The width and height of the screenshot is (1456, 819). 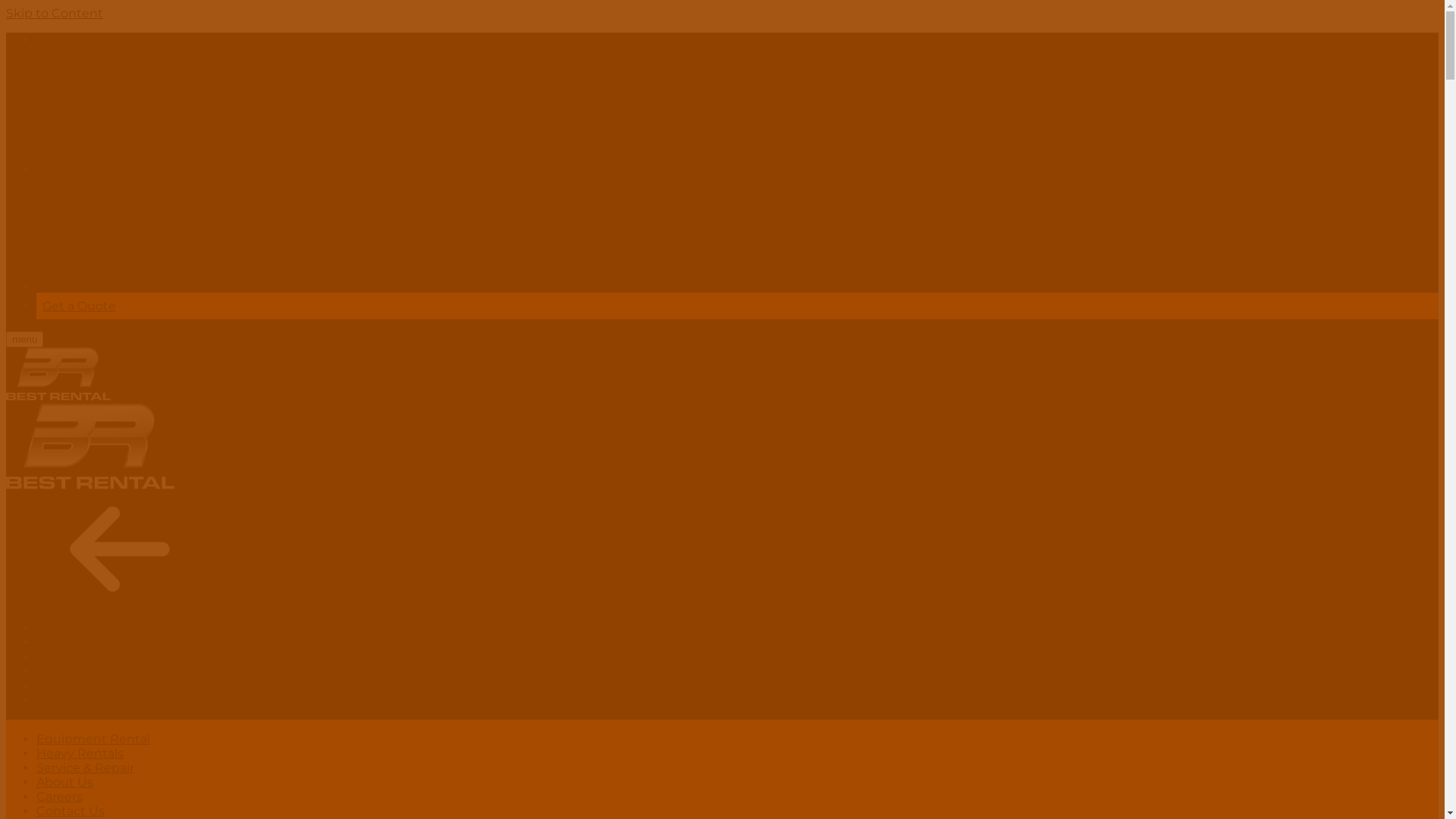 What do you see at coordinates (42, 306) in the screenshot?
I see `'Get a Quote'` at bounding box center [42, 306].